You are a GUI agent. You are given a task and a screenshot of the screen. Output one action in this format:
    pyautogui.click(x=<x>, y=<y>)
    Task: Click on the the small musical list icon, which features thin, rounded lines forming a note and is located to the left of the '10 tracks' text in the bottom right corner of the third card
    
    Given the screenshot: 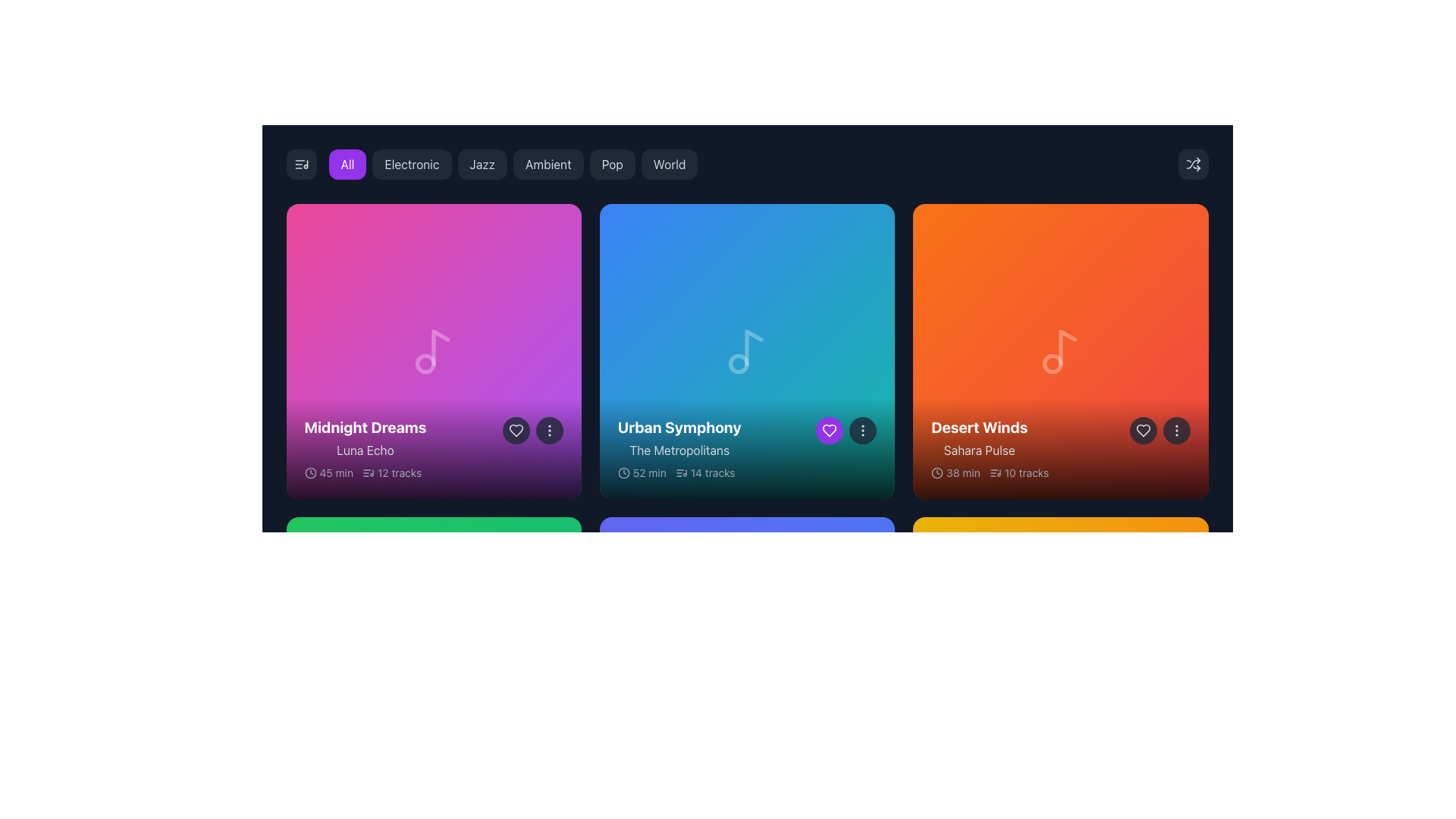 What is the action you would take?
    pyautogui.click(x=995, y=472)
    